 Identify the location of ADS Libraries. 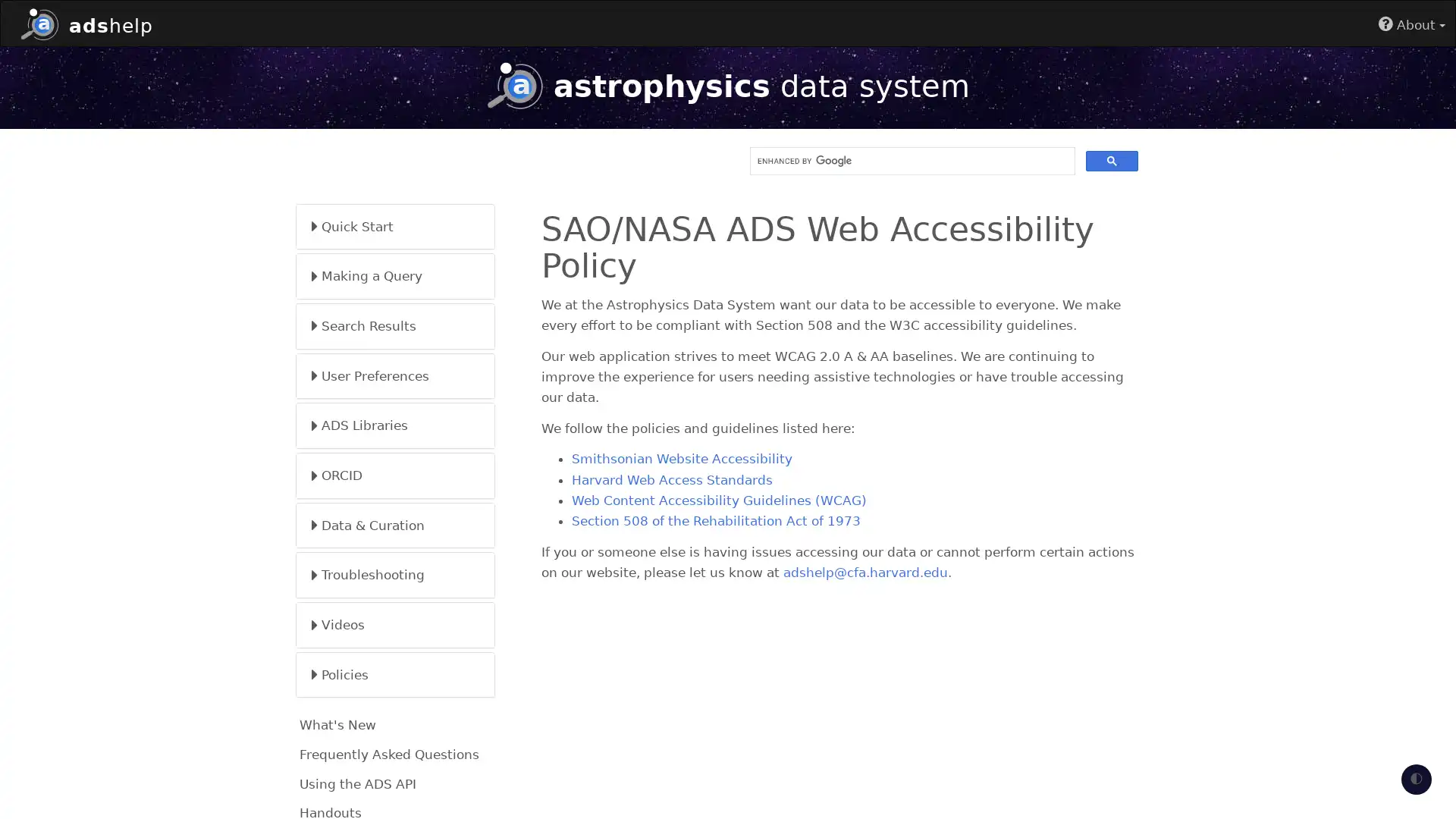
(395, 425).